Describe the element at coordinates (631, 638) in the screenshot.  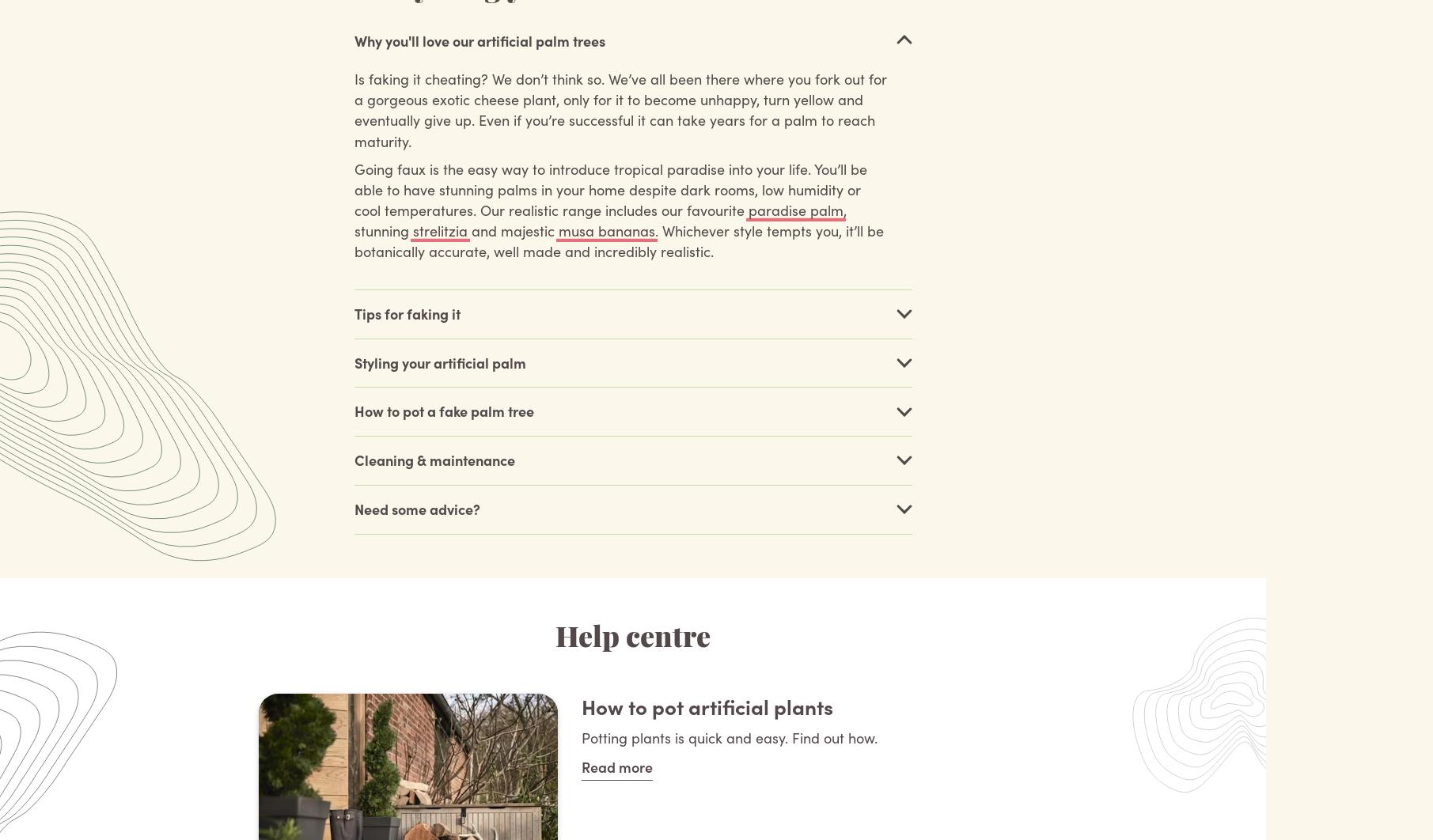
I see `'Help centre'` at that location.